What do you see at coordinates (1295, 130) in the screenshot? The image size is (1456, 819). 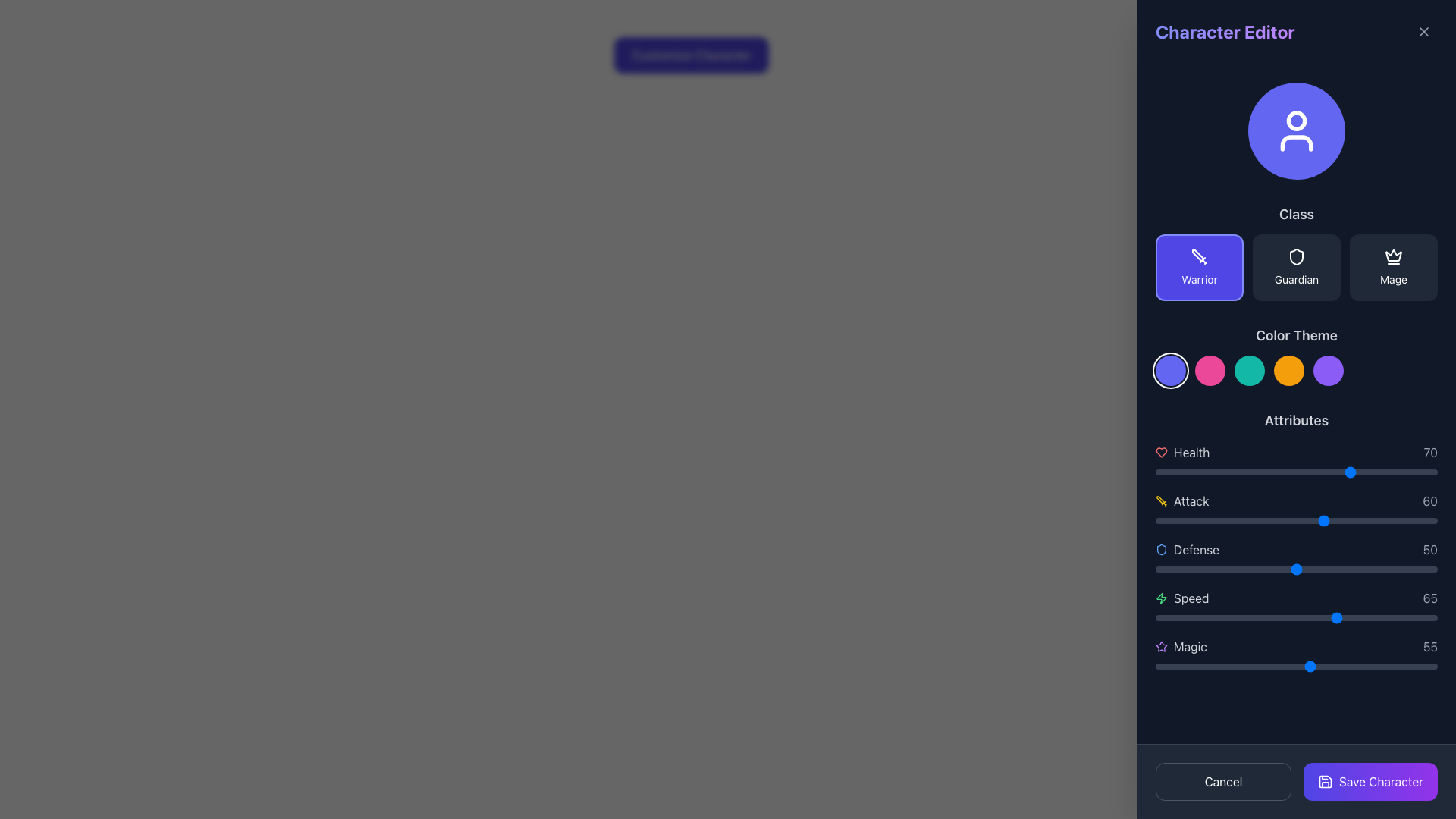 I see `the white user silhouette icon with a purple circular background located at the top of the sidebar in the 'Character Editor' section` at bounding box center [1295, 130].